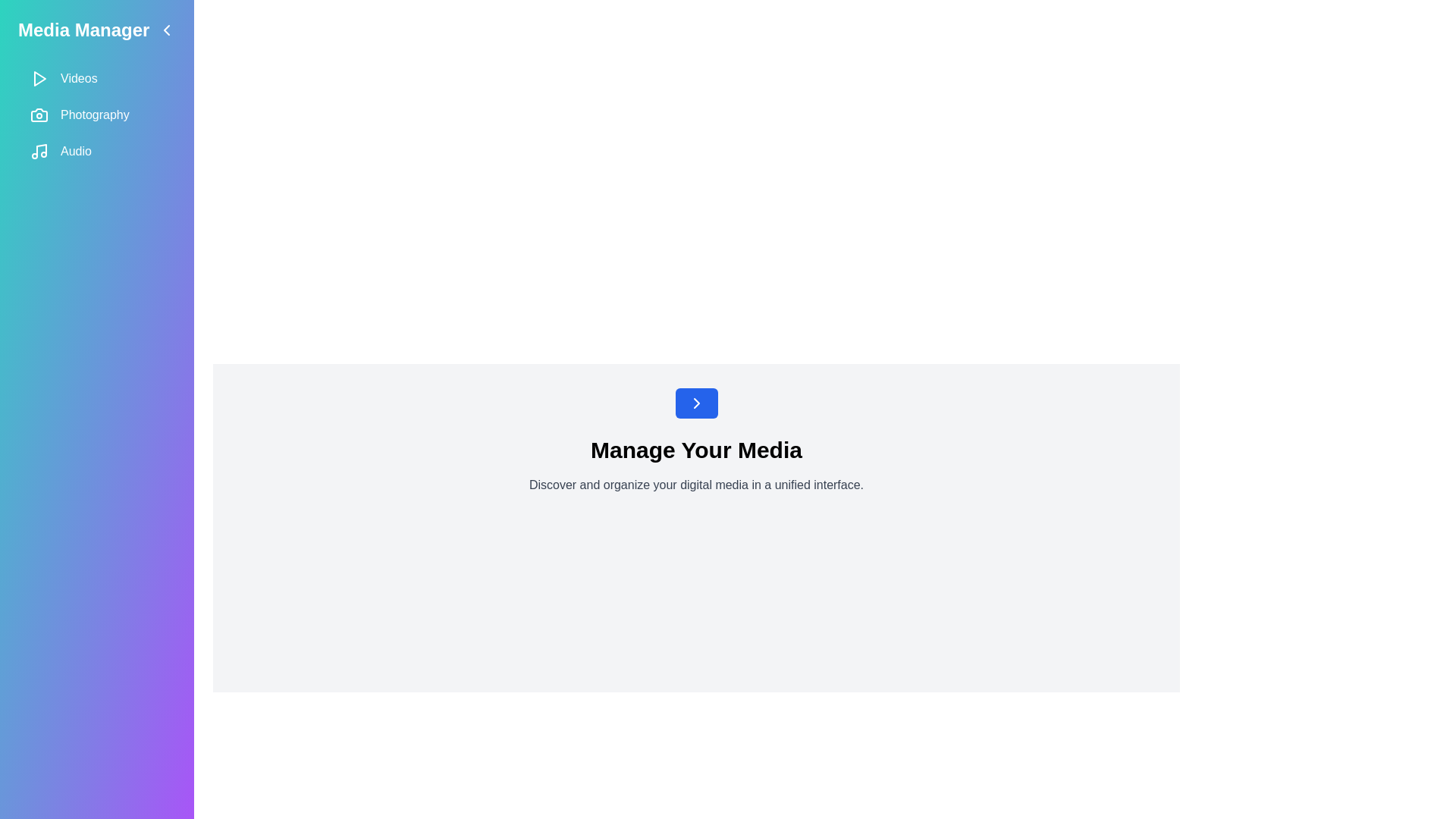 The width and height of the screenshot is (1456, 819). I want to click on the Audio section from the sidebar menu, so click(96, 152).